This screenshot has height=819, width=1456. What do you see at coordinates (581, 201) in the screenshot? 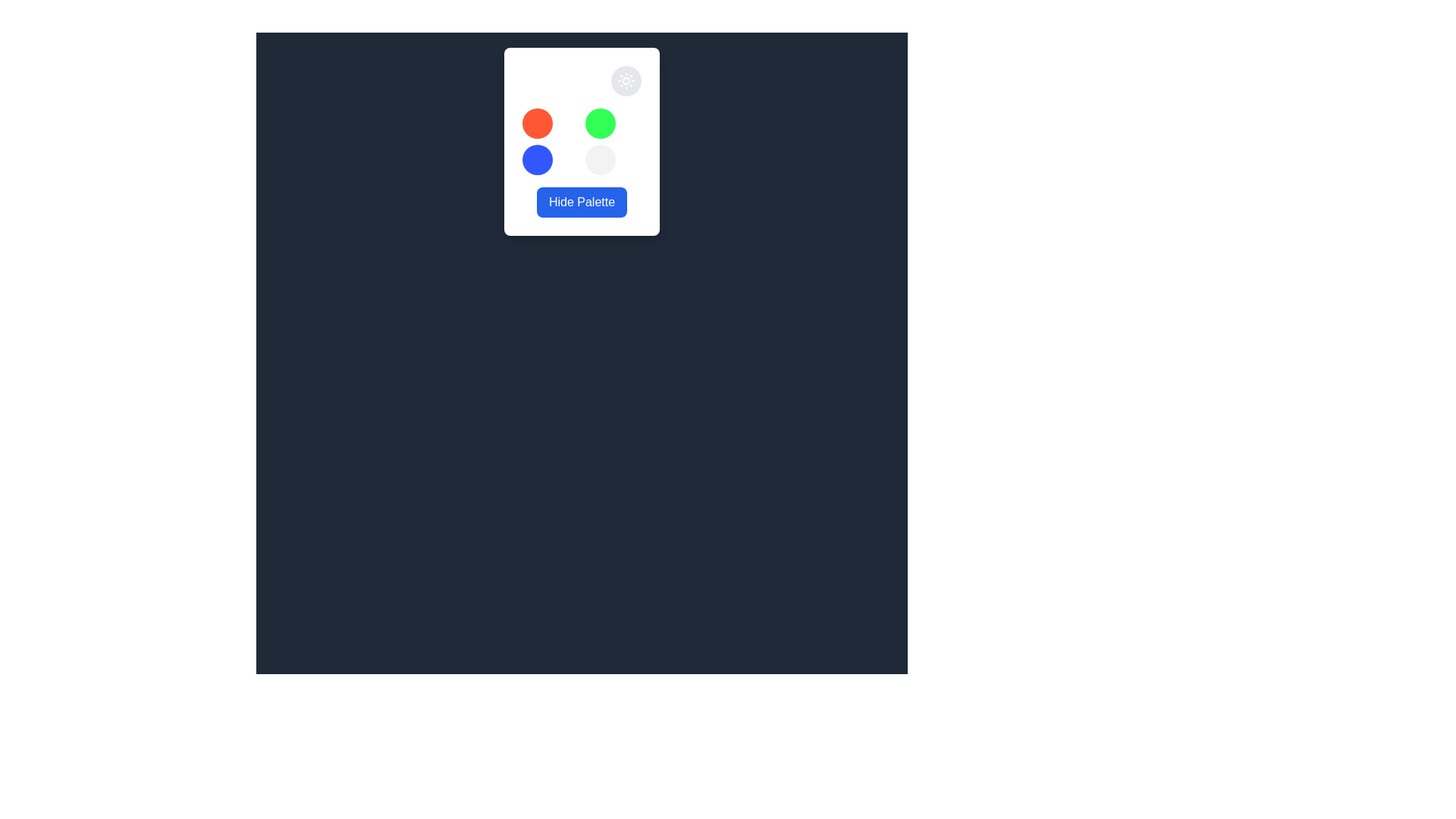
I see `the 'Hide Palette' button, which is a rectangular button with a blue background and white text, located at the bottom of a card below a grid of colored elements` at bounding box center [581, 201].